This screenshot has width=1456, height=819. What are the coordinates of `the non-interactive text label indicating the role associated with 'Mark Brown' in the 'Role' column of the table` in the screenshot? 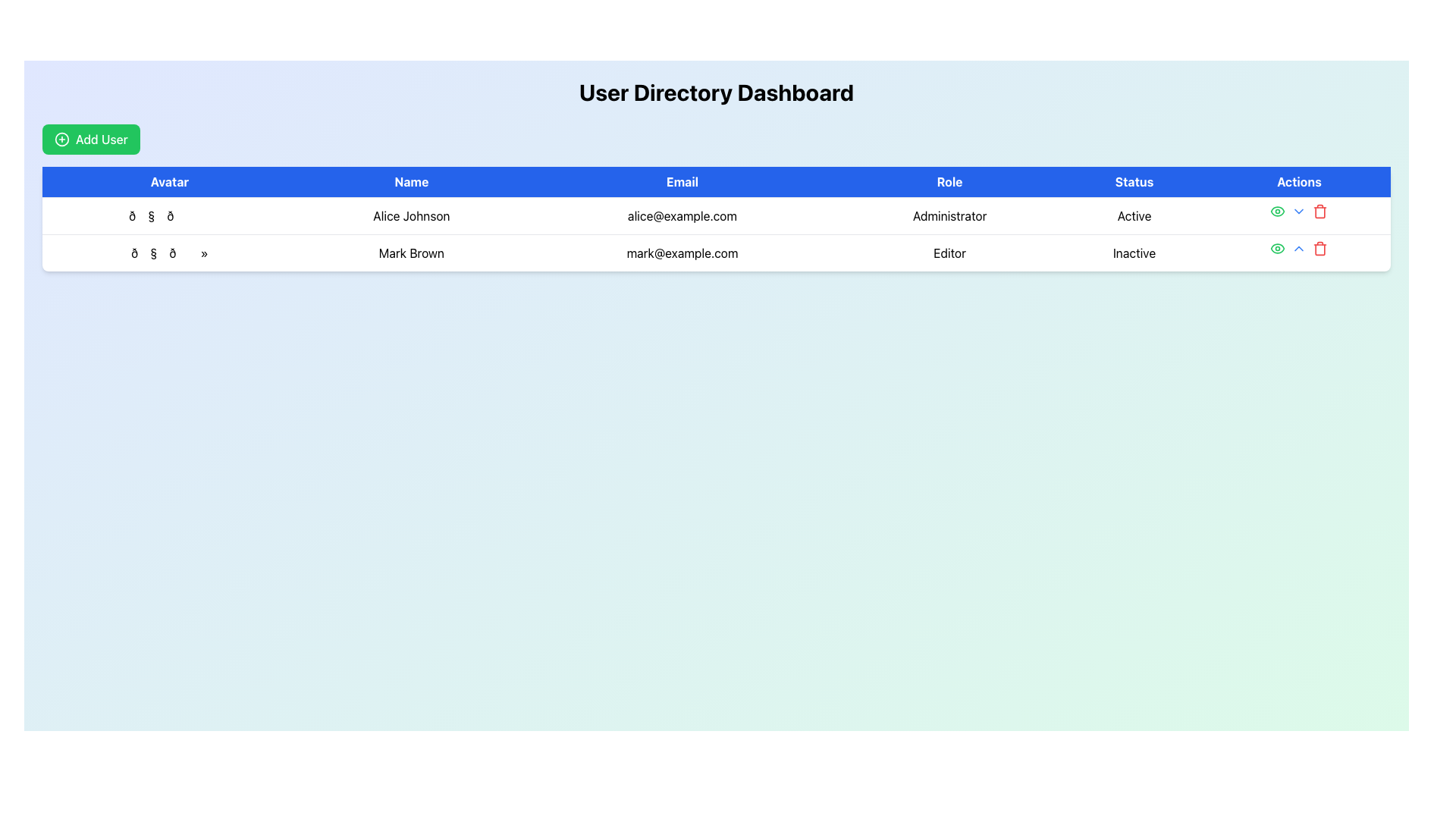 It's located at (949, 252).